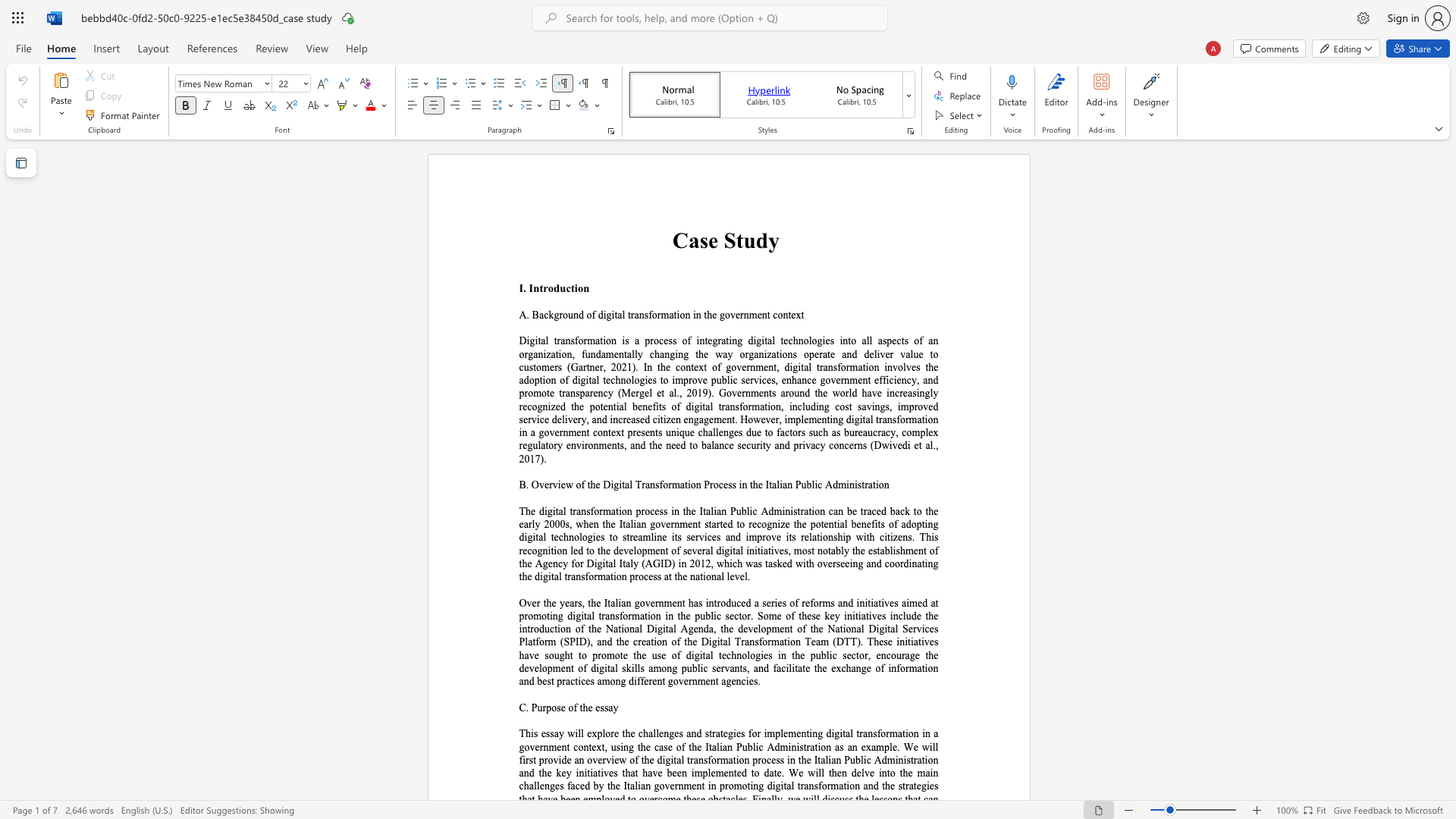  I want to click on the subset text "Process in the Itali" within the text "B. Overview of the Digital Transformation Process in the Italian Public Administration", so click(703, 485).